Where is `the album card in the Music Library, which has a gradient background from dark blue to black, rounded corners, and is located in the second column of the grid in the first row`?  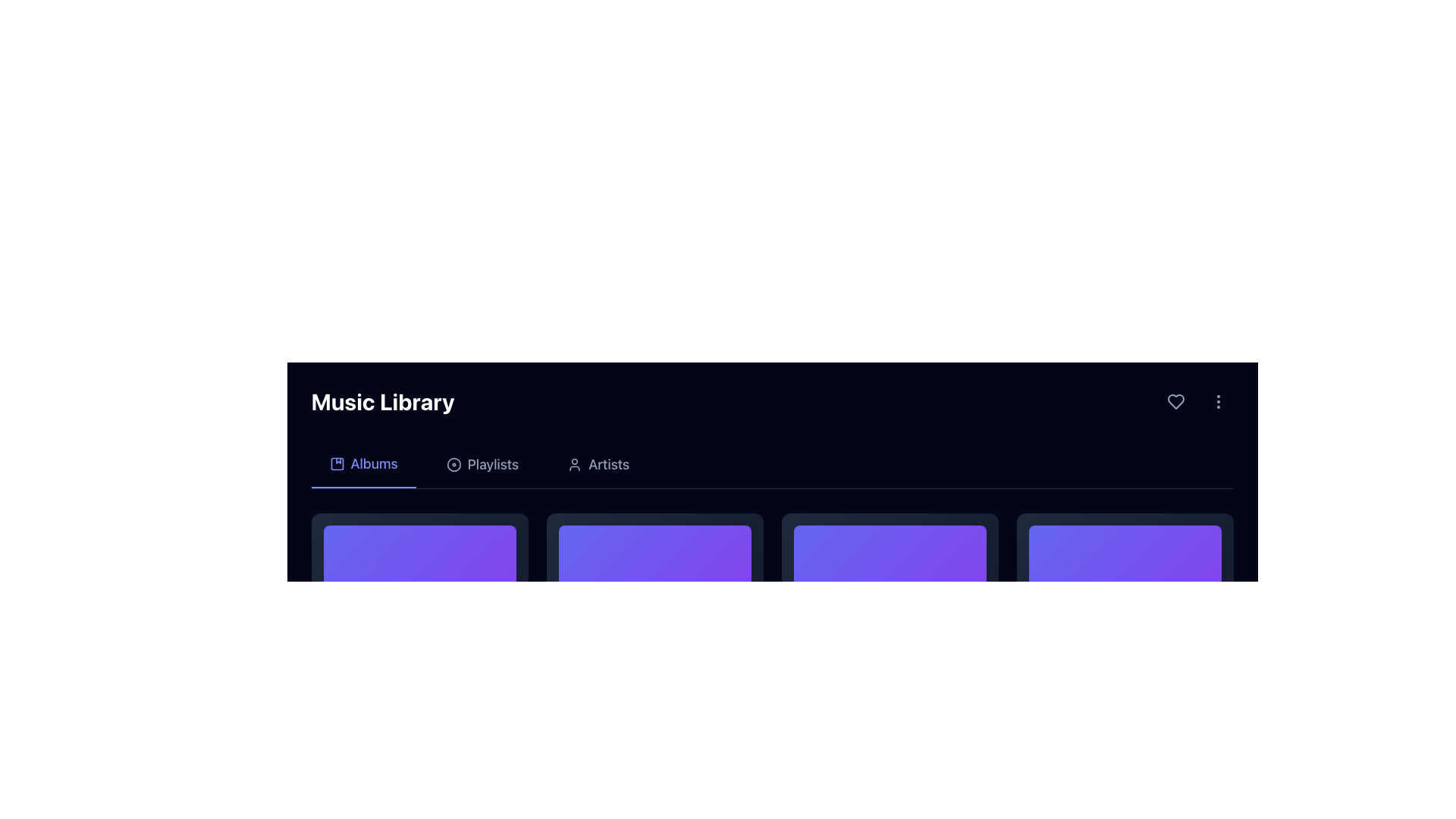
the album card in the Music Library, which has a gradient background from dark blue to black, rounded corners, and is located in the second column of the grid in the first row is located at coordinates (654, 654).